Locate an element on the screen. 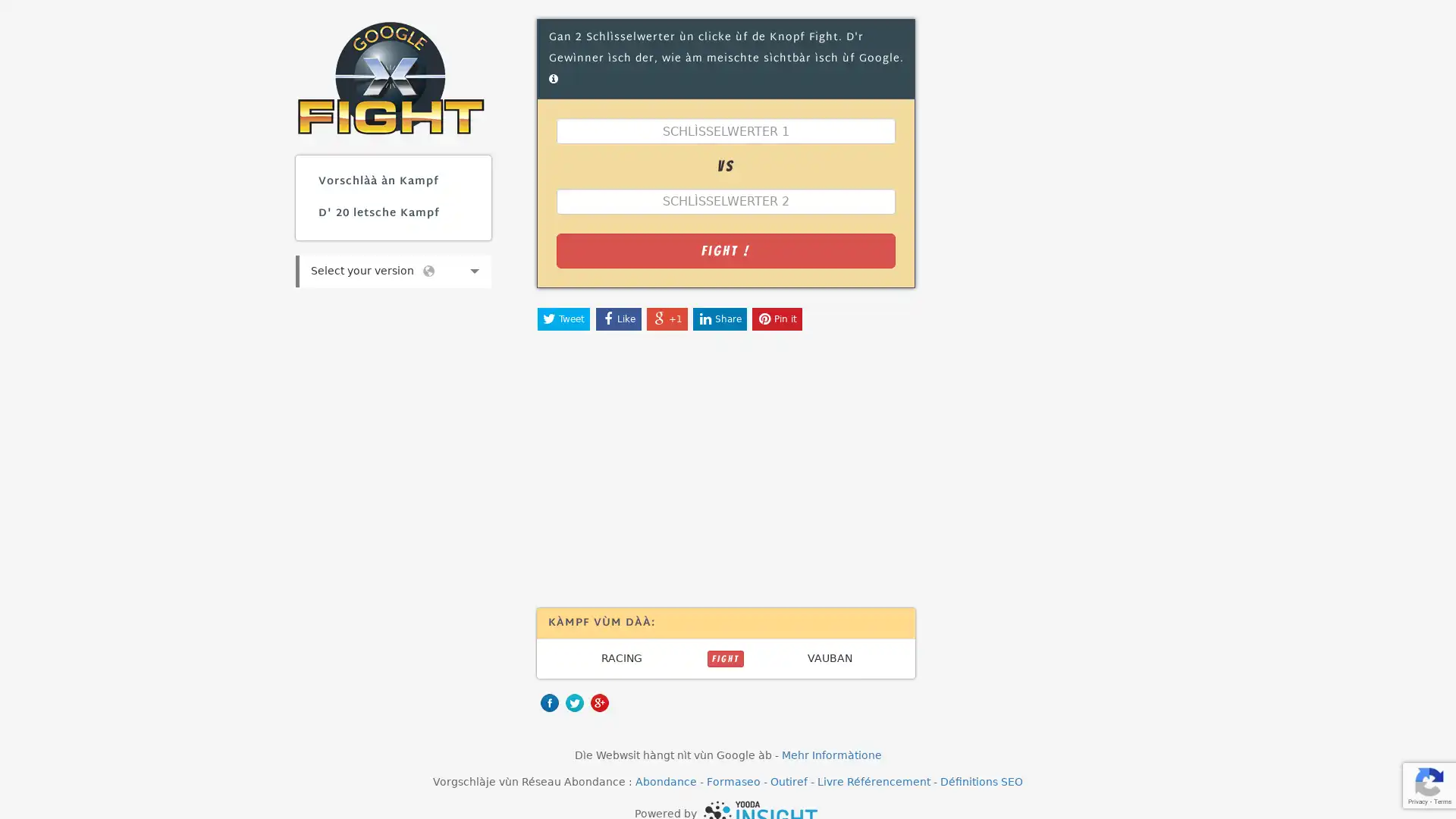 This screenshot has height=819, width=1456. FIGHT is located at coordinates (724, 657).